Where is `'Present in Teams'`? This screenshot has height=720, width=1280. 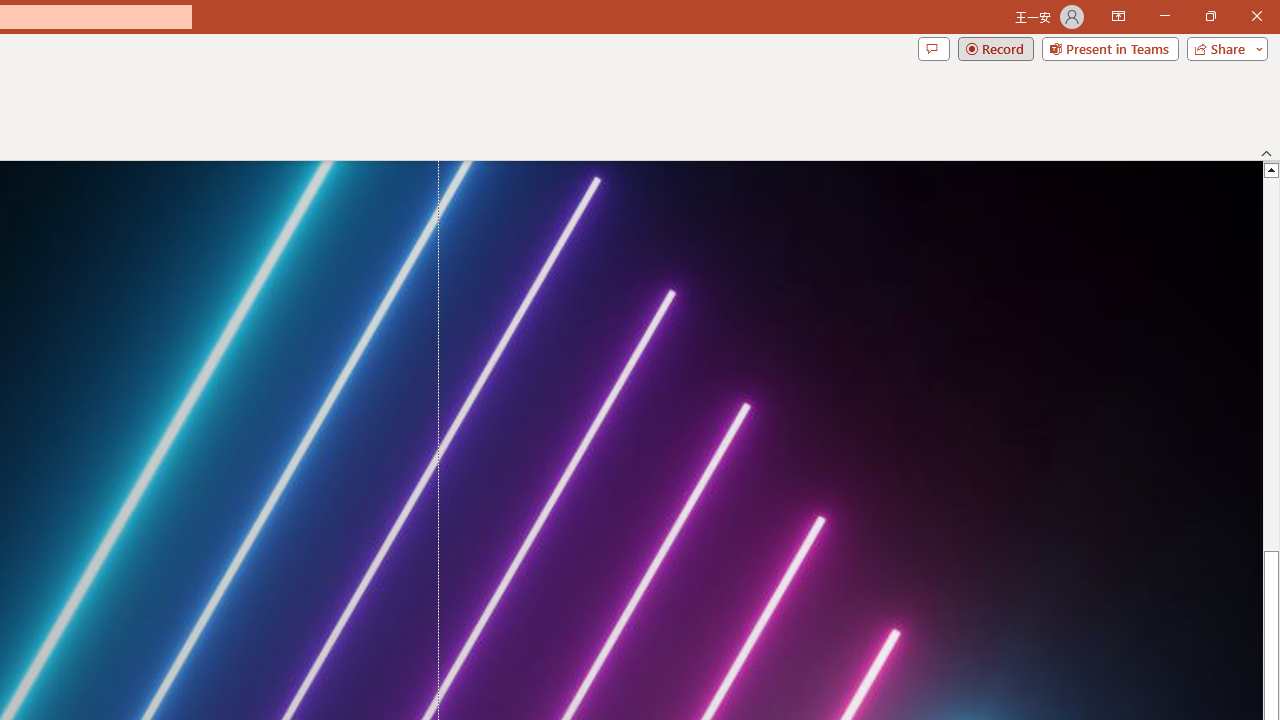 'Present in Teams' is located at coordinates (1109, 47).